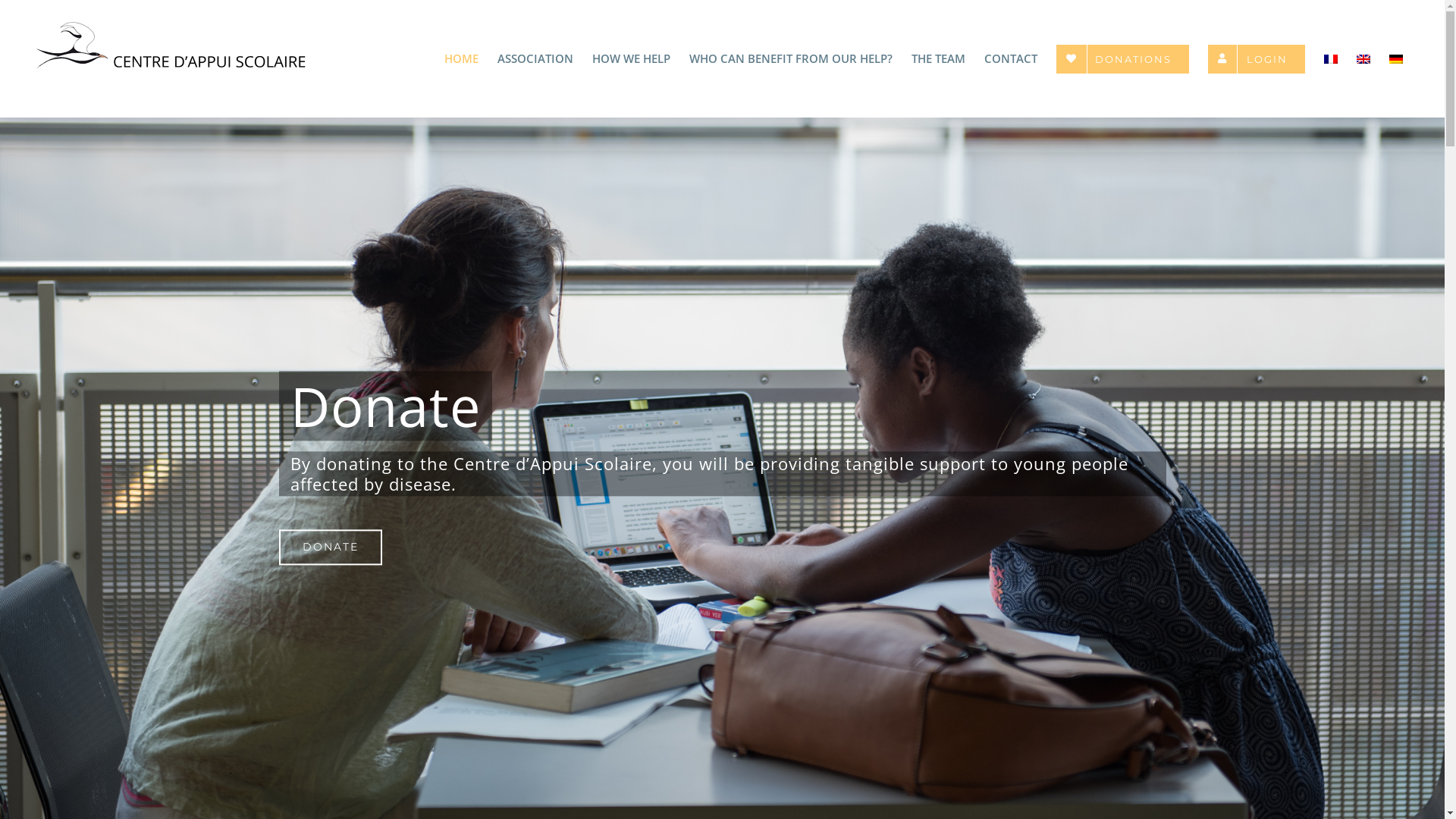  I want to click on 'HOME', so click(443, 58).